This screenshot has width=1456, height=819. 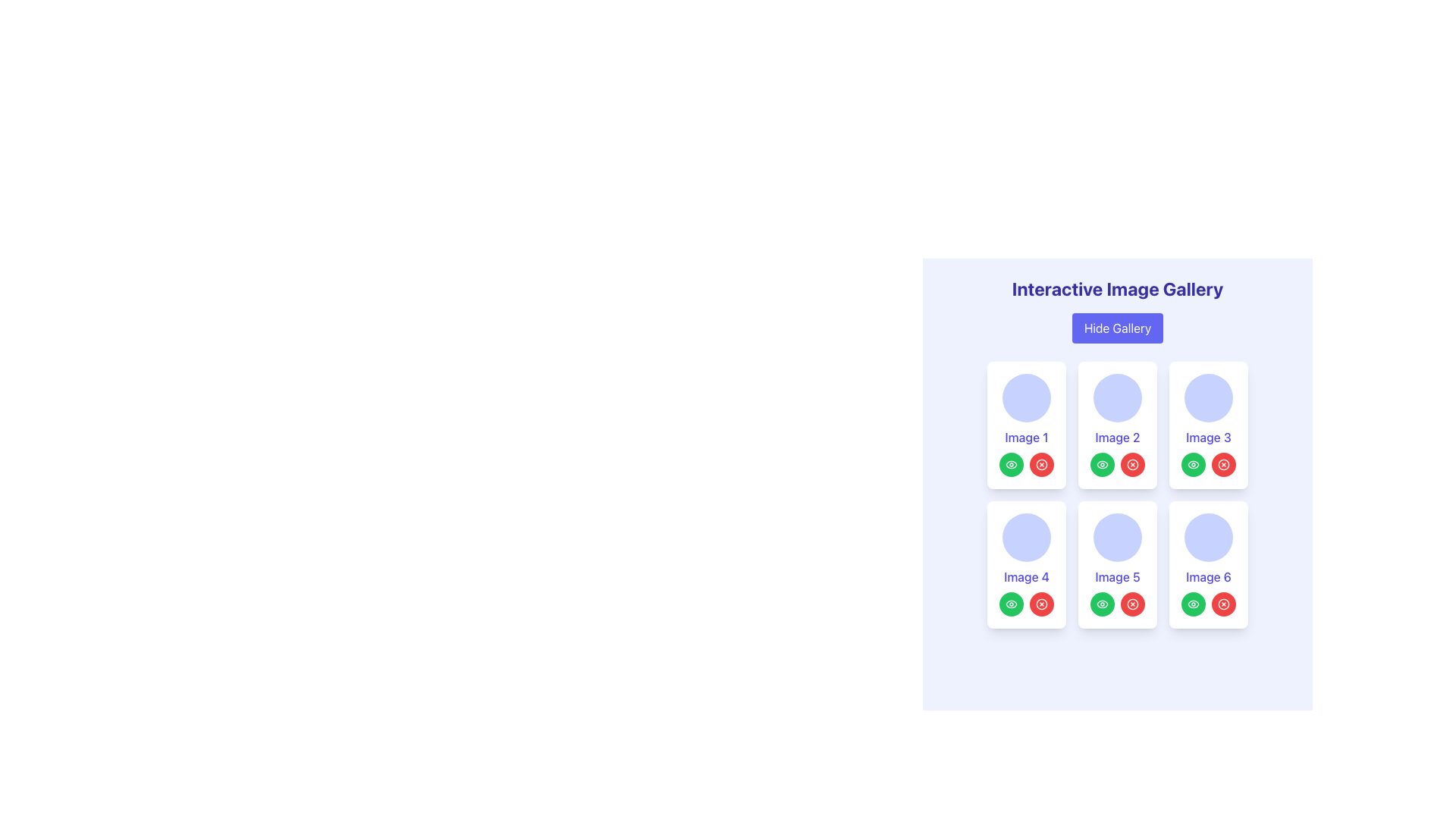 I want to click on the delete button associated with 'Image 1' located within the card in the first row and first column, so click(x=1040, y=464).